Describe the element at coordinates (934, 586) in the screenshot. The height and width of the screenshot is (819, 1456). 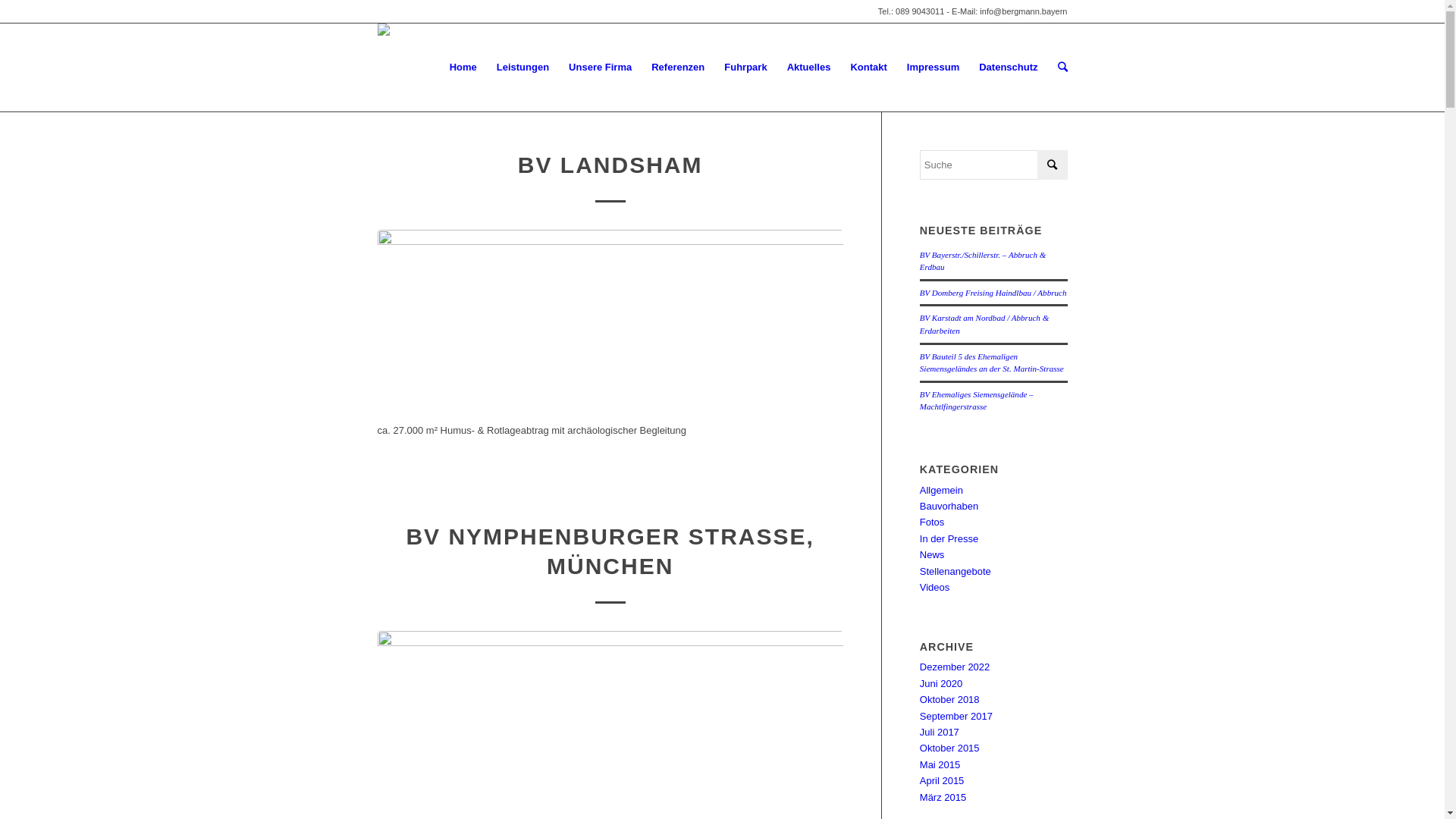
I see `'Videos'` at that location.